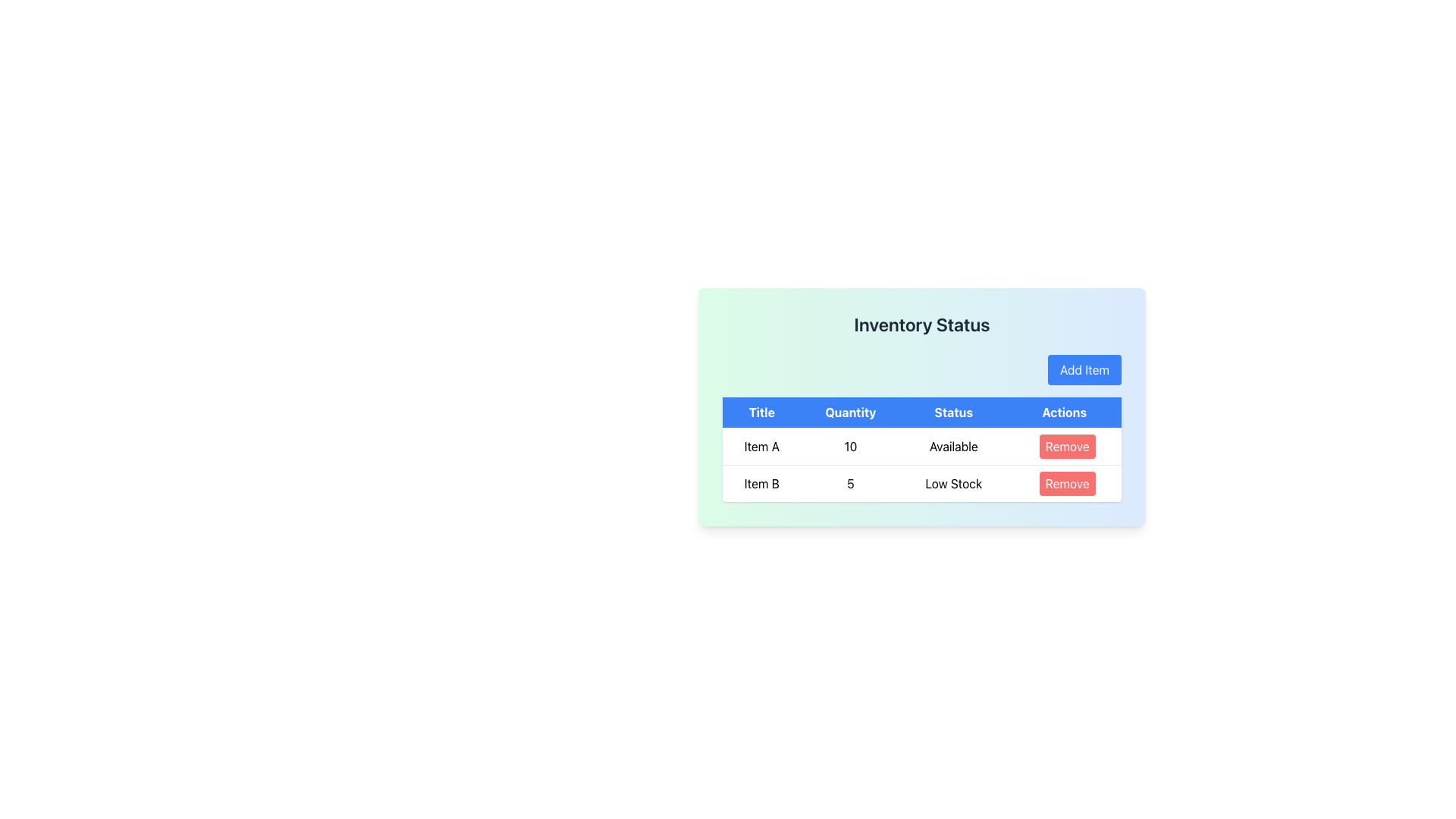 The image size is (1456, 819). I want to click on the 'Quantity' button, which is a rectangular button with white text on a blue background, positioned in the header row of a table structure, so click(850, 413).